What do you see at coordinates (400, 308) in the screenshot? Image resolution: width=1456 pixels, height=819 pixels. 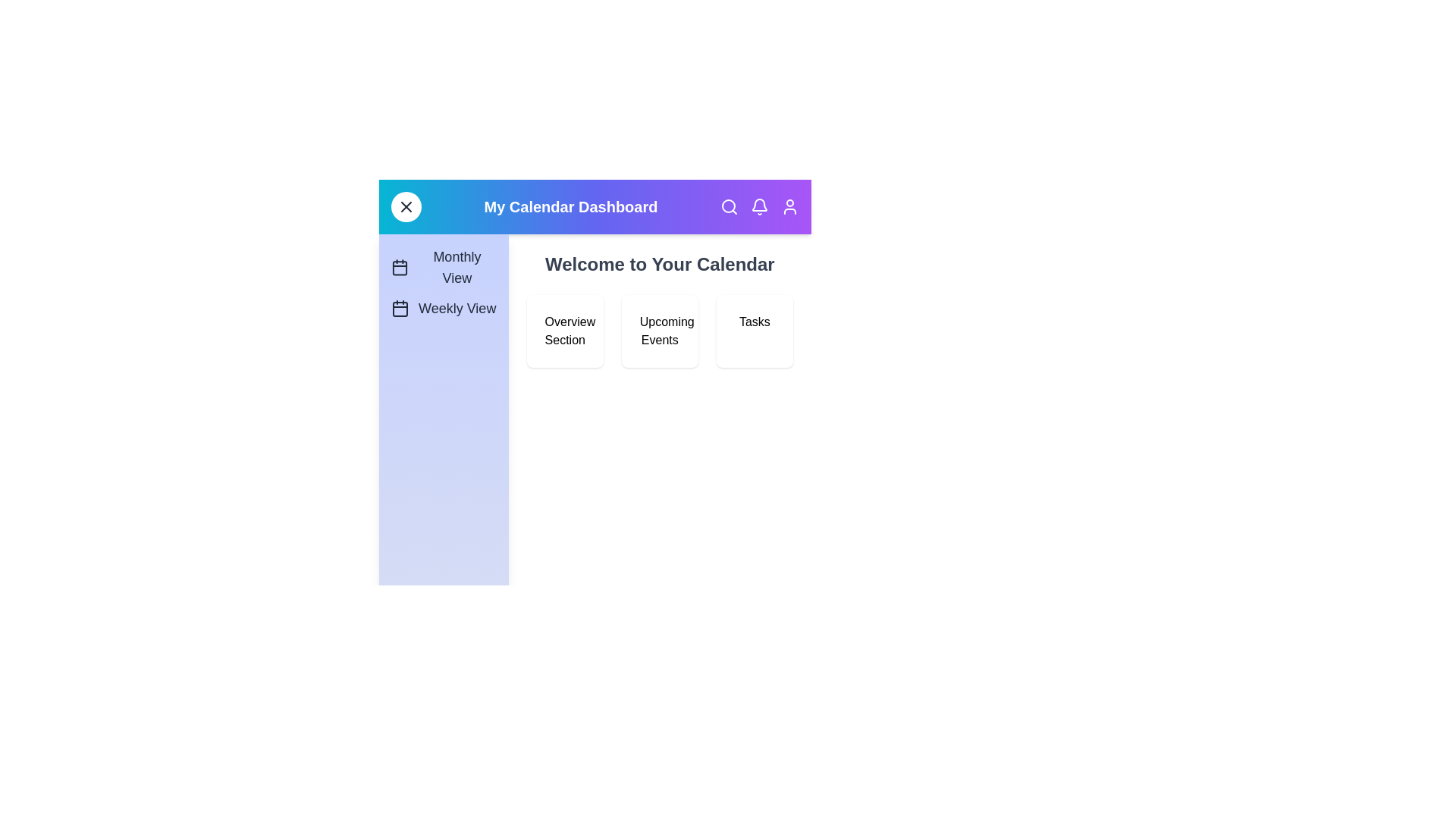 I see `the calendar icon representing the 'Weekly View' navigation link, which is a square icon with rounded corners and a minimalistic design` at bounding box center [400, 308].